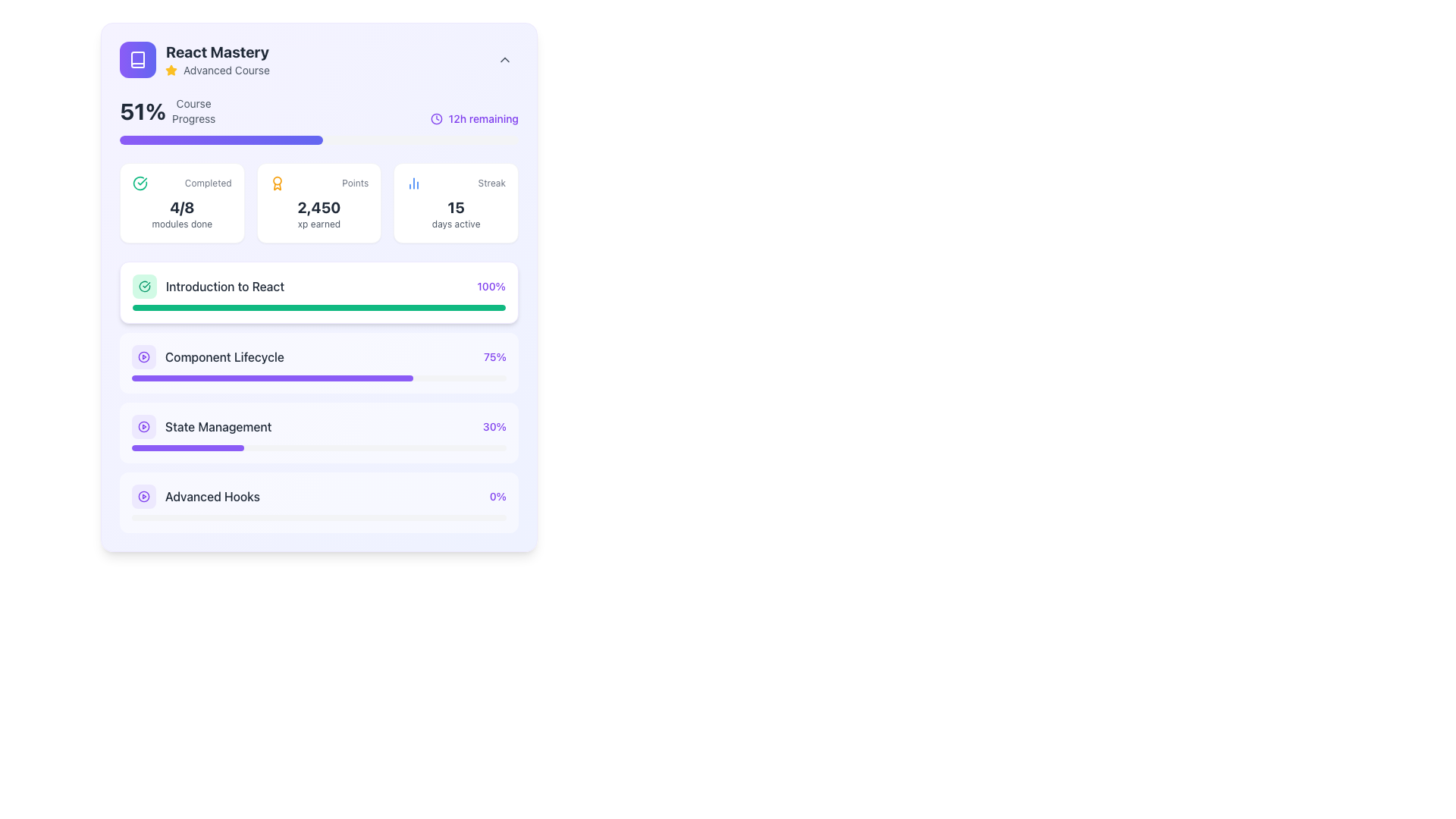 Image resolution: width=1456 pixels, height=819 pixels. Describe the element at coordinates (455, 202) in the screenshot. I see `the informational card displaying the numeric value '15' in bold black font, which is located in the third column of a grid of three cards at the top section of the interface` at that location.